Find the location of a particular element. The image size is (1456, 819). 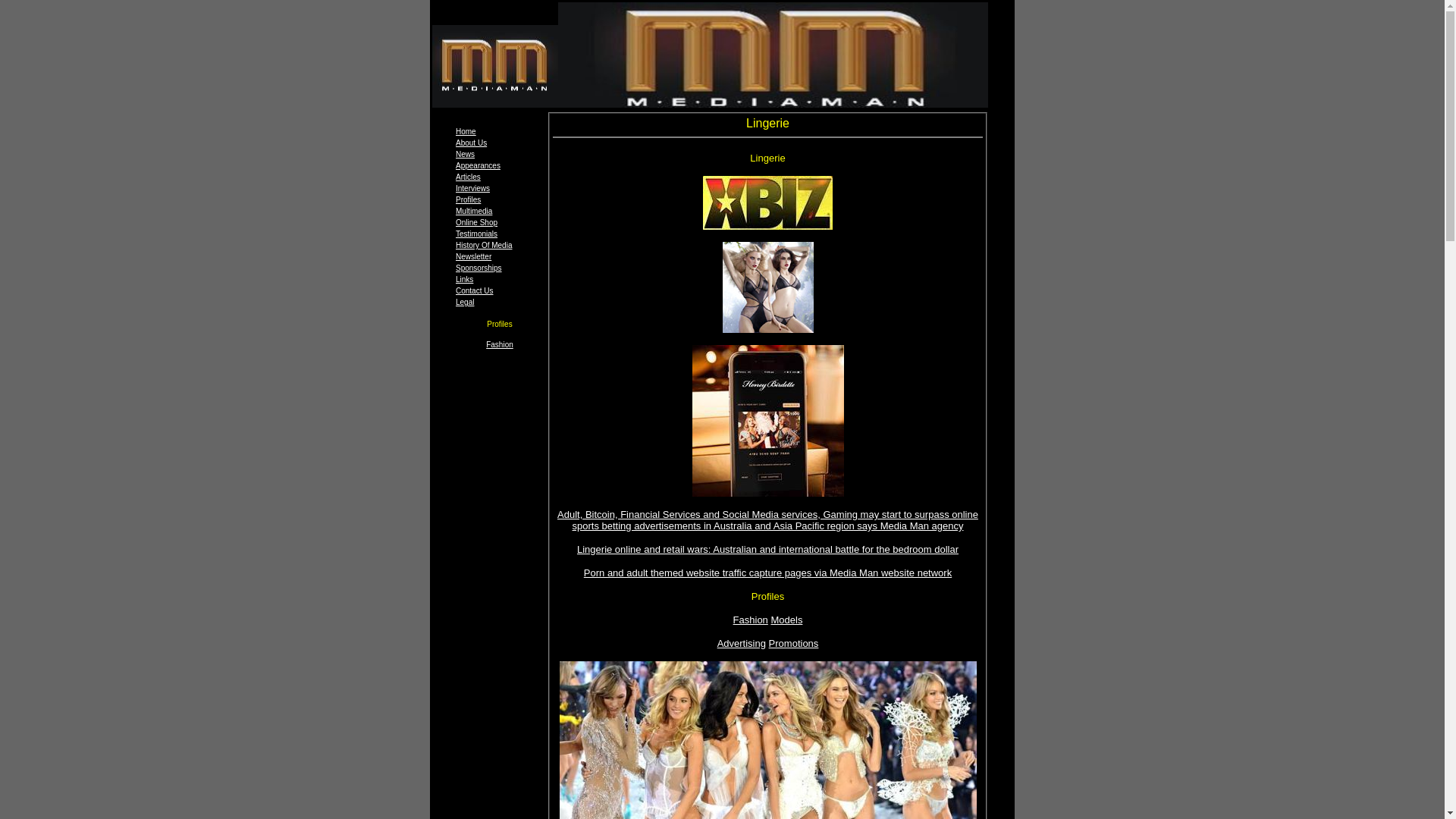

'About Us' is located at coordinates (470, 143).